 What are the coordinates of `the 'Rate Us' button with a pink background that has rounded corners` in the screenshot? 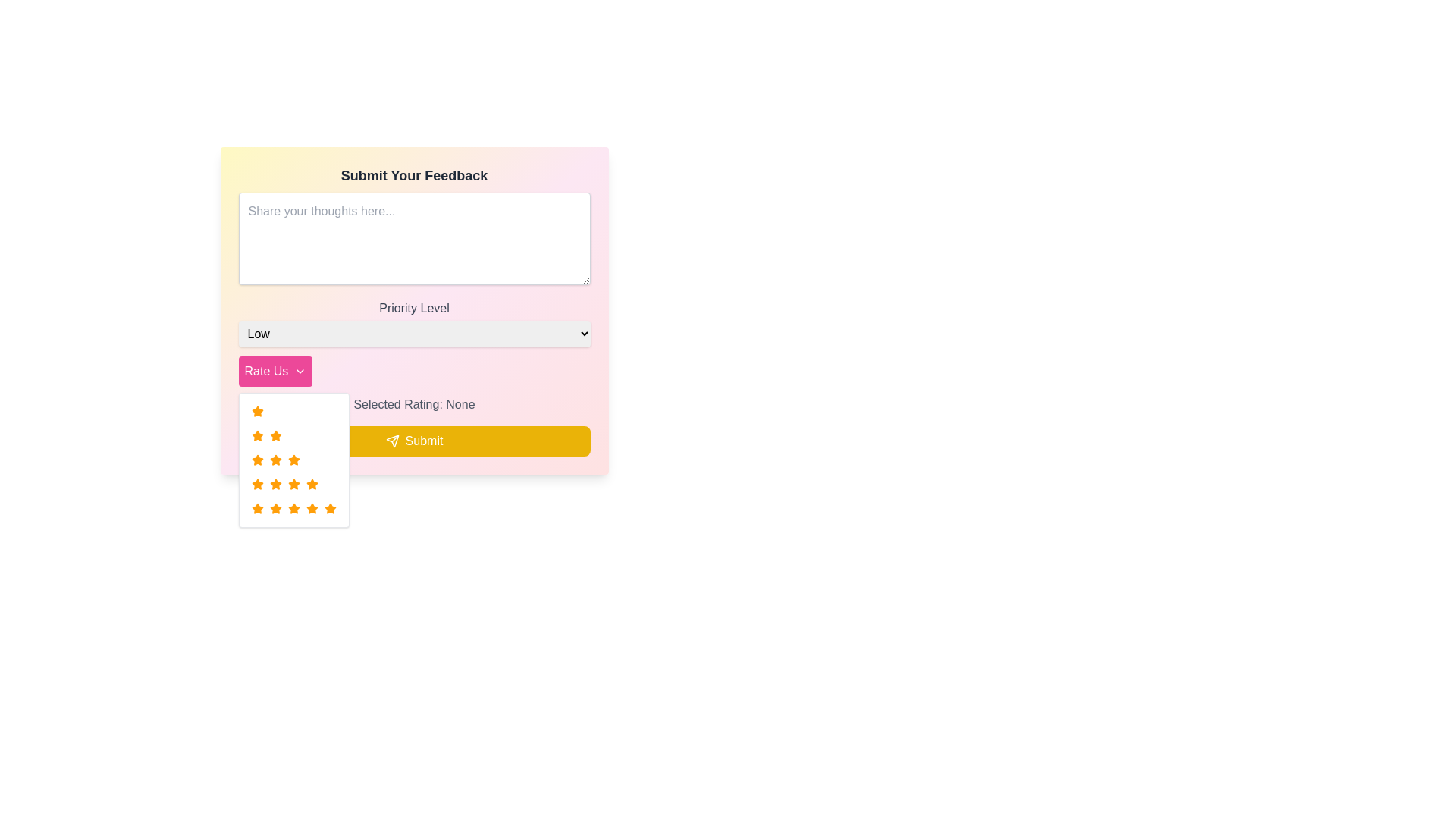 It's located at (414, 371).